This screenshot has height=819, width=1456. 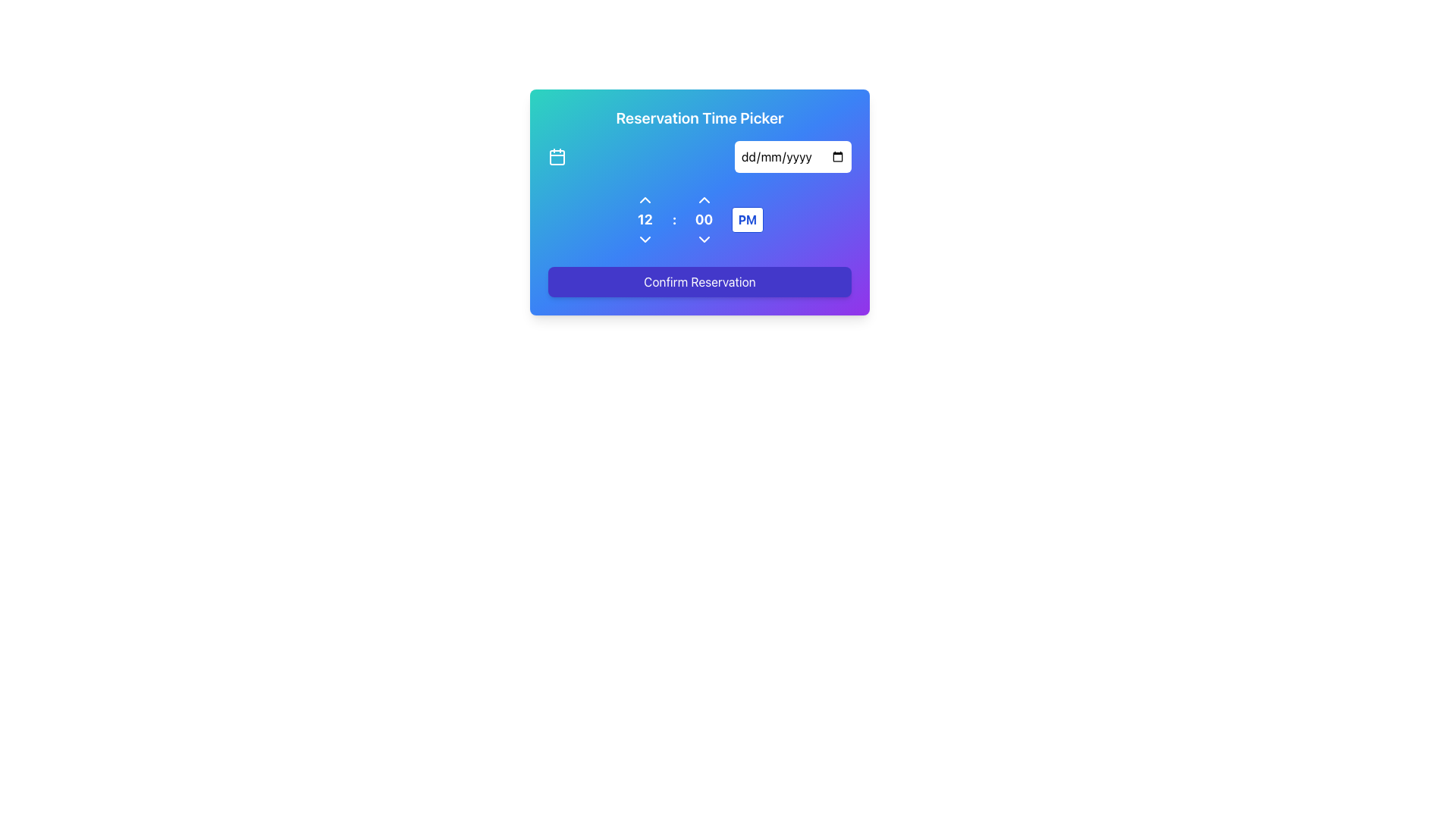 I want to click on the downward-pointing chevron icon in the time selection area to decrease the hour value, so click(x=645, y=239).